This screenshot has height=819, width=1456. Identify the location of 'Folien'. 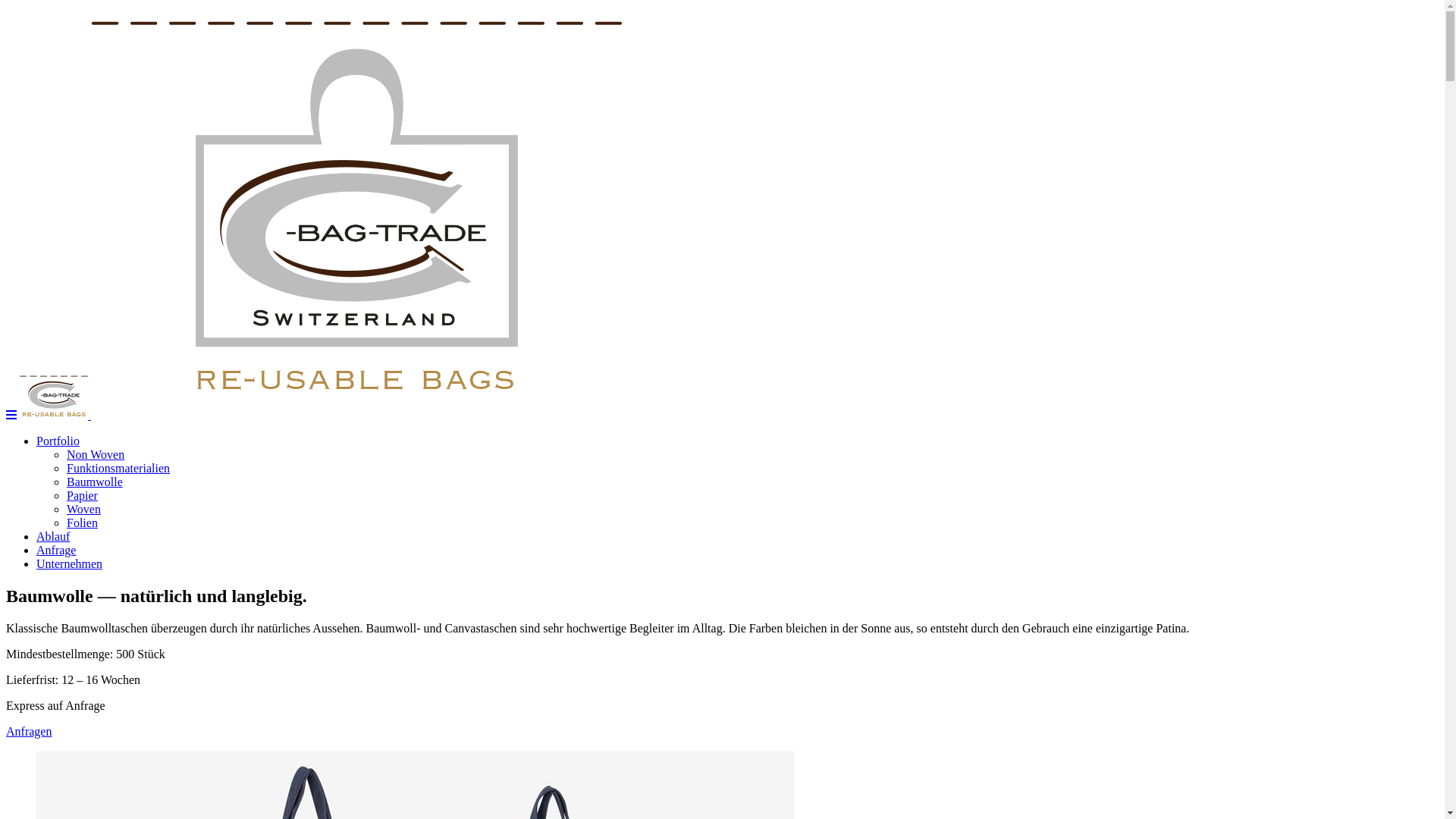
(65, 522).